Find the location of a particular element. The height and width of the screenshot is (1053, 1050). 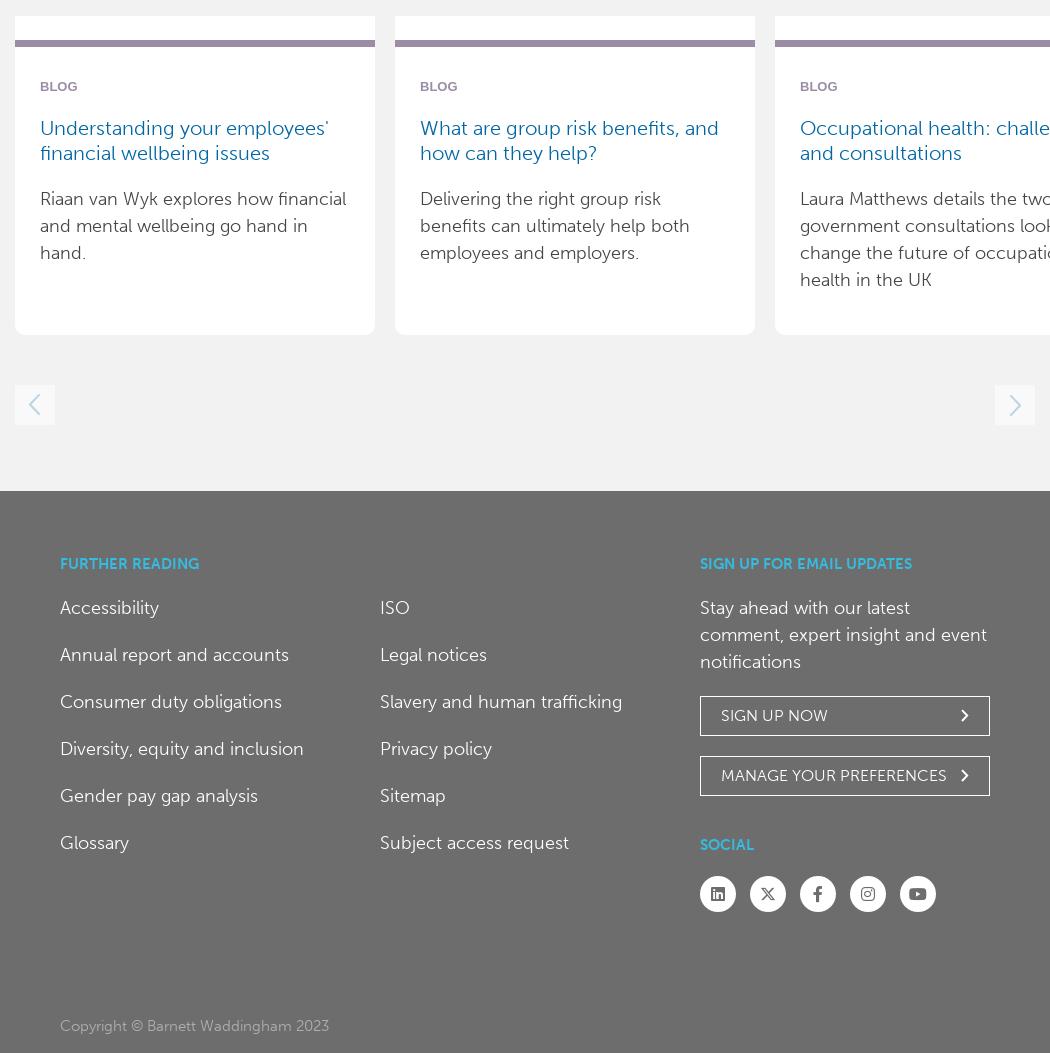

'Stay ahead with our latest comment, expert insight and event notifications' is located at coordinates (842, 633).